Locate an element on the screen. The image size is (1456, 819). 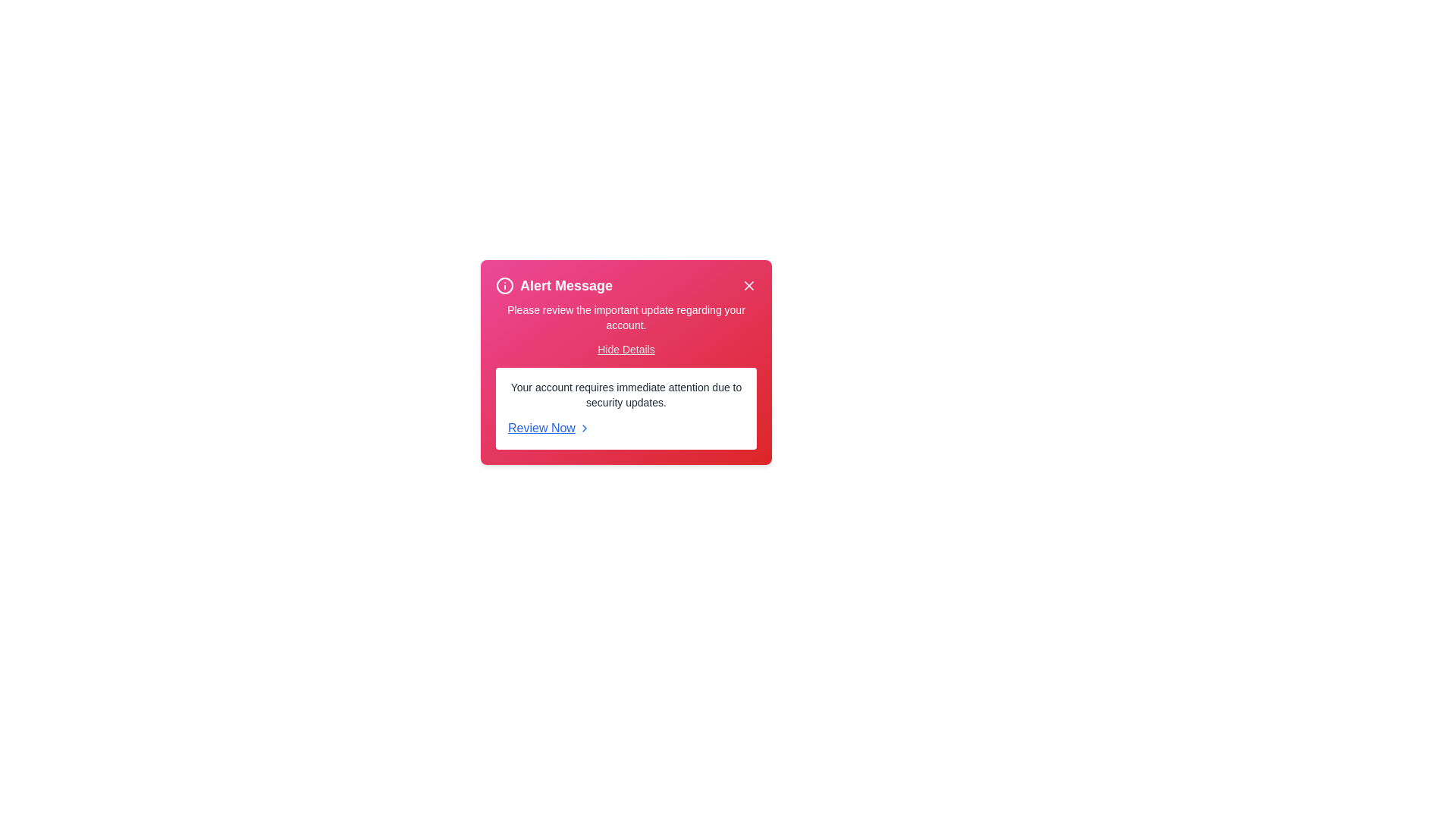
the 'Hide Details' button to toggle the visibility of extra details is located at coordinates (626, 350).